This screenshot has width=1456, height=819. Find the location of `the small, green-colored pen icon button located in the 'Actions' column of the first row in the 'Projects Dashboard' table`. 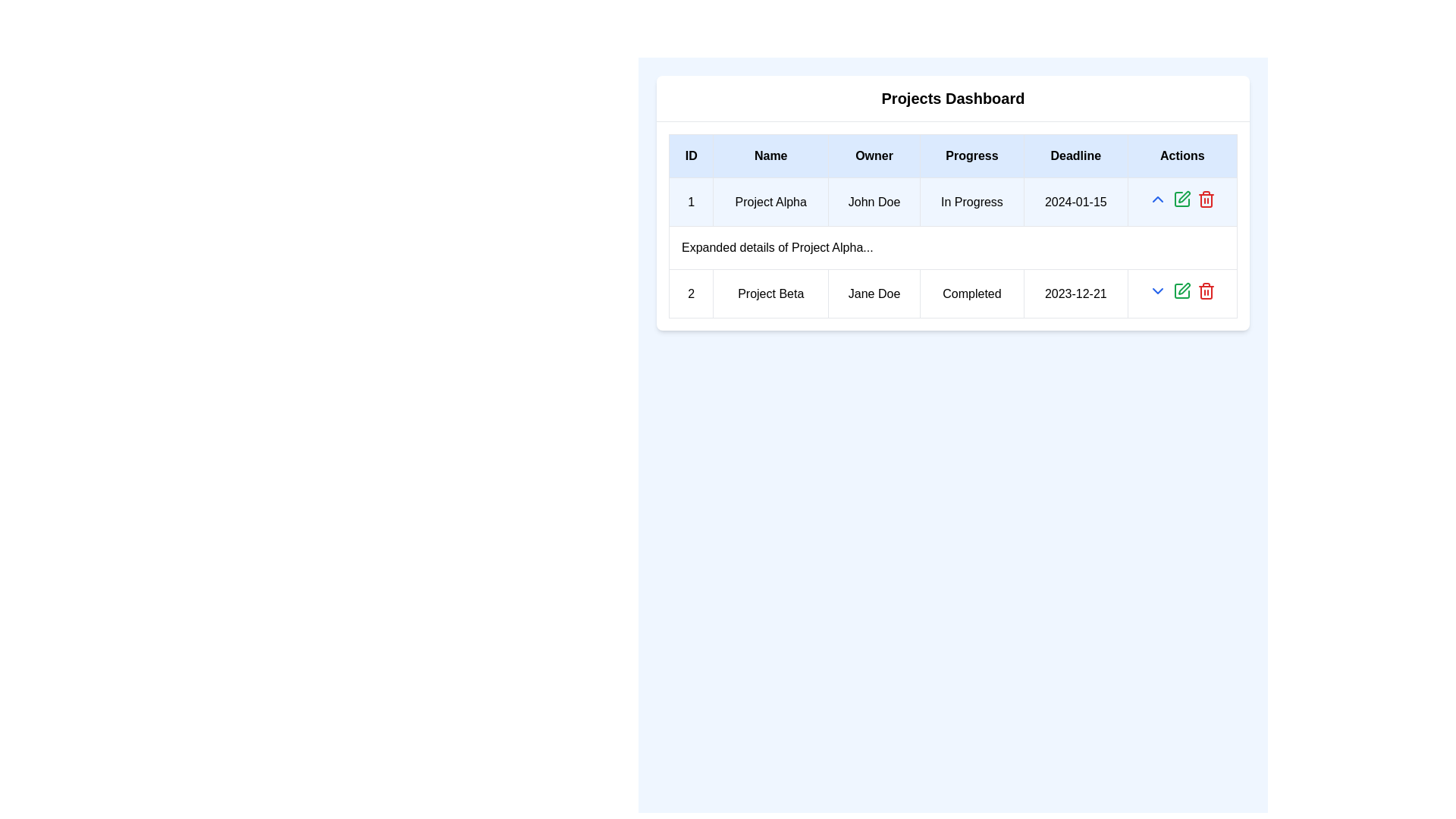

the small, green-colored pen icon button located in the 'Actions' column of the first row in the 'Projects Dashboard' table is located at coordinates (1184, 196).